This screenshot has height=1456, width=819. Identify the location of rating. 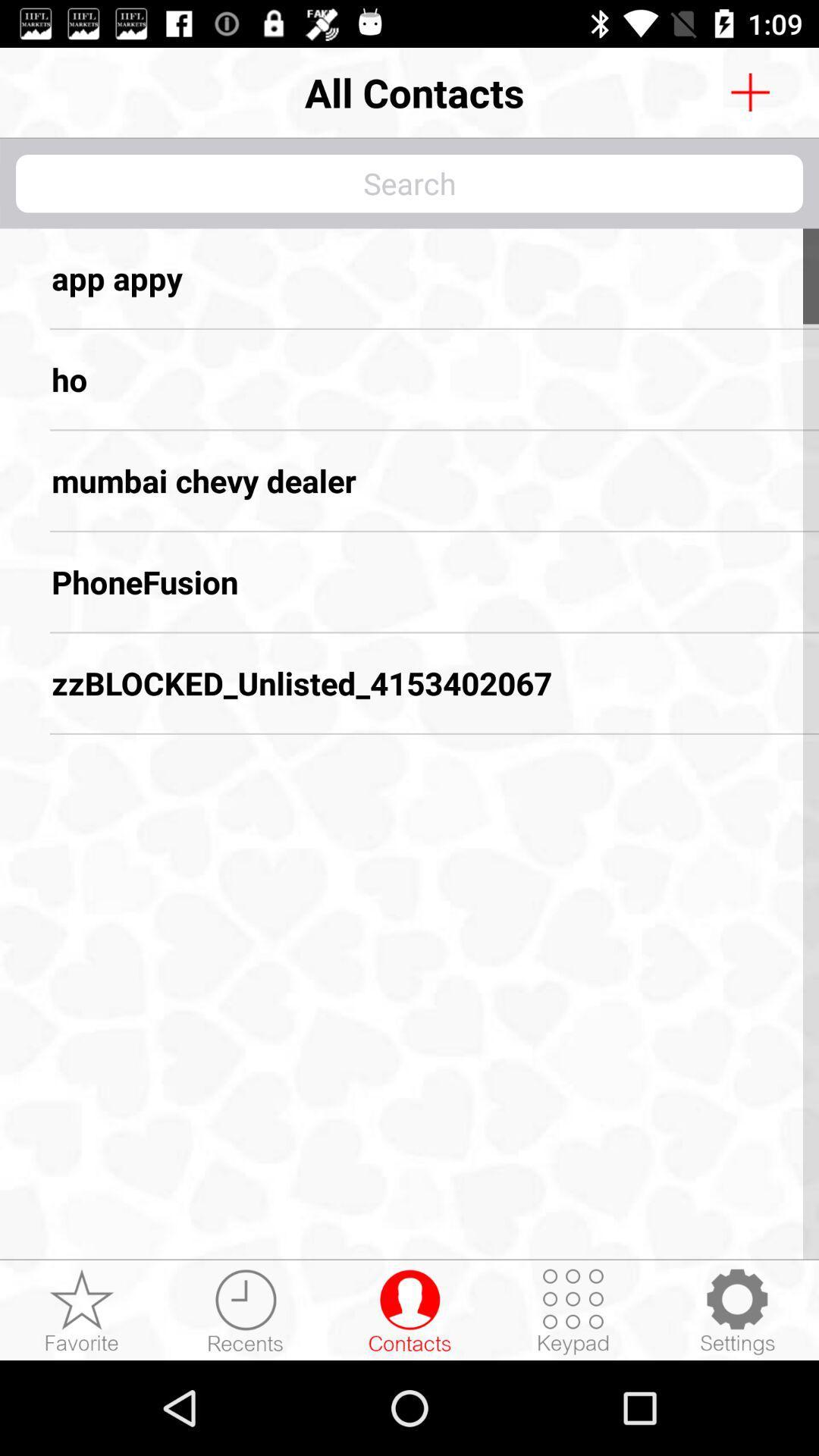
(82, 1310).